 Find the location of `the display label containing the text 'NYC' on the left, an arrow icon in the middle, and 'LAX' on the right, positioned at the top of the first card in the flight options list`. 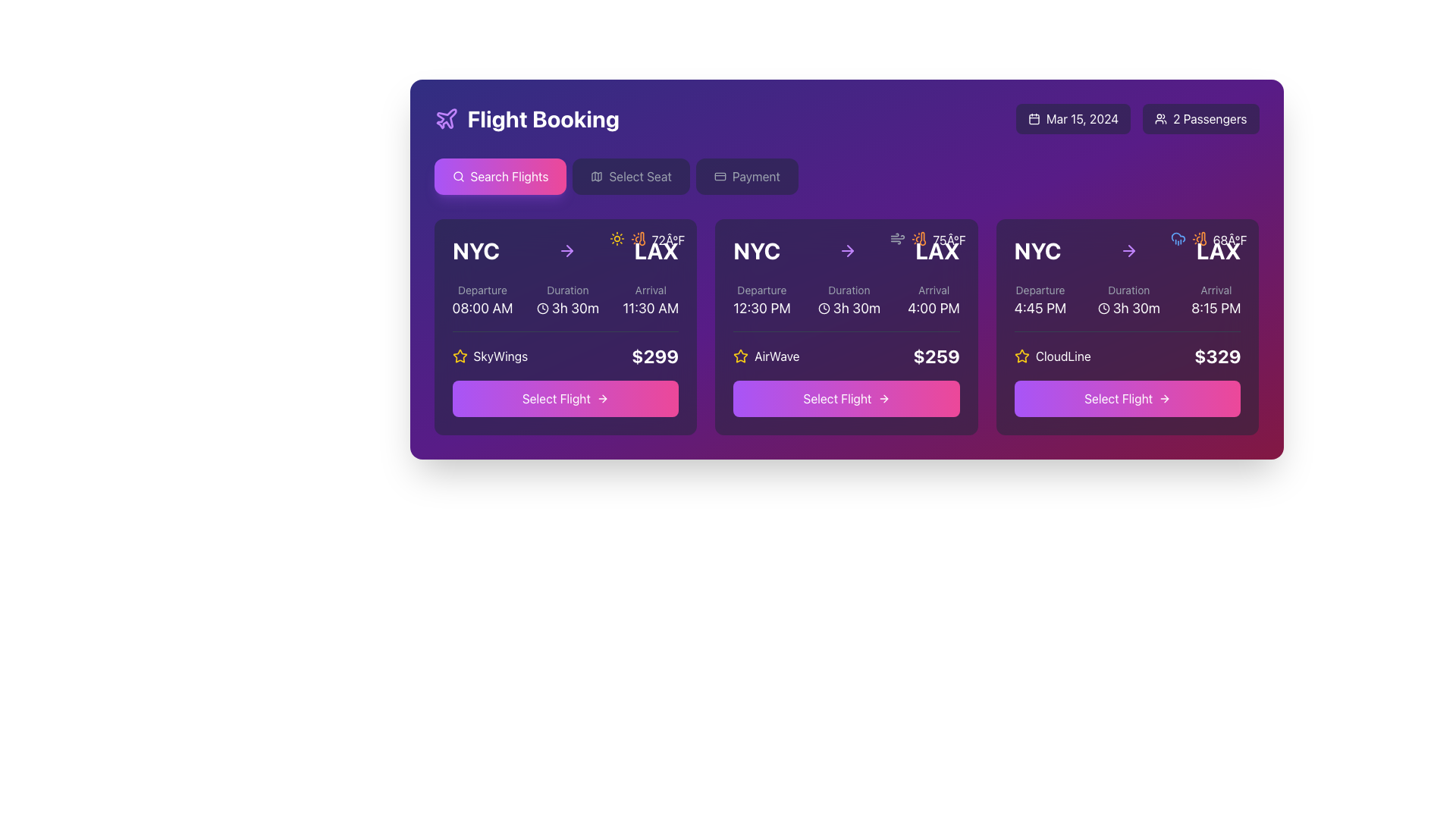

the display label containing the text 'NYC' on the left, an arrow icon in the middle, and 'LAX' on the right, positioned at the top of the first card in the flight options list is located at coordinates (564, 250).